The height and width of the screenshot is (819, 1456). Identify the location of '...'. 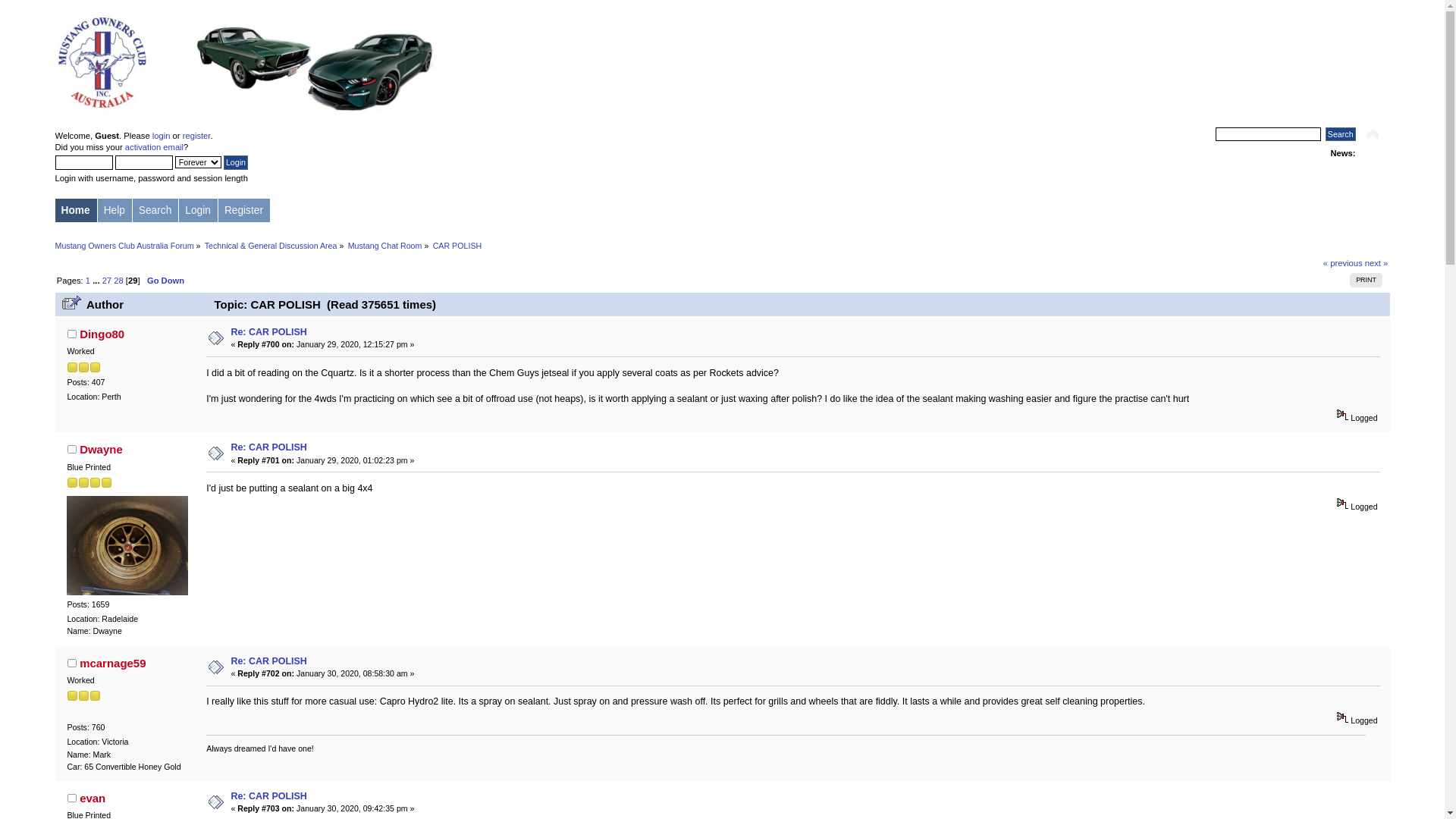
(96, 281).